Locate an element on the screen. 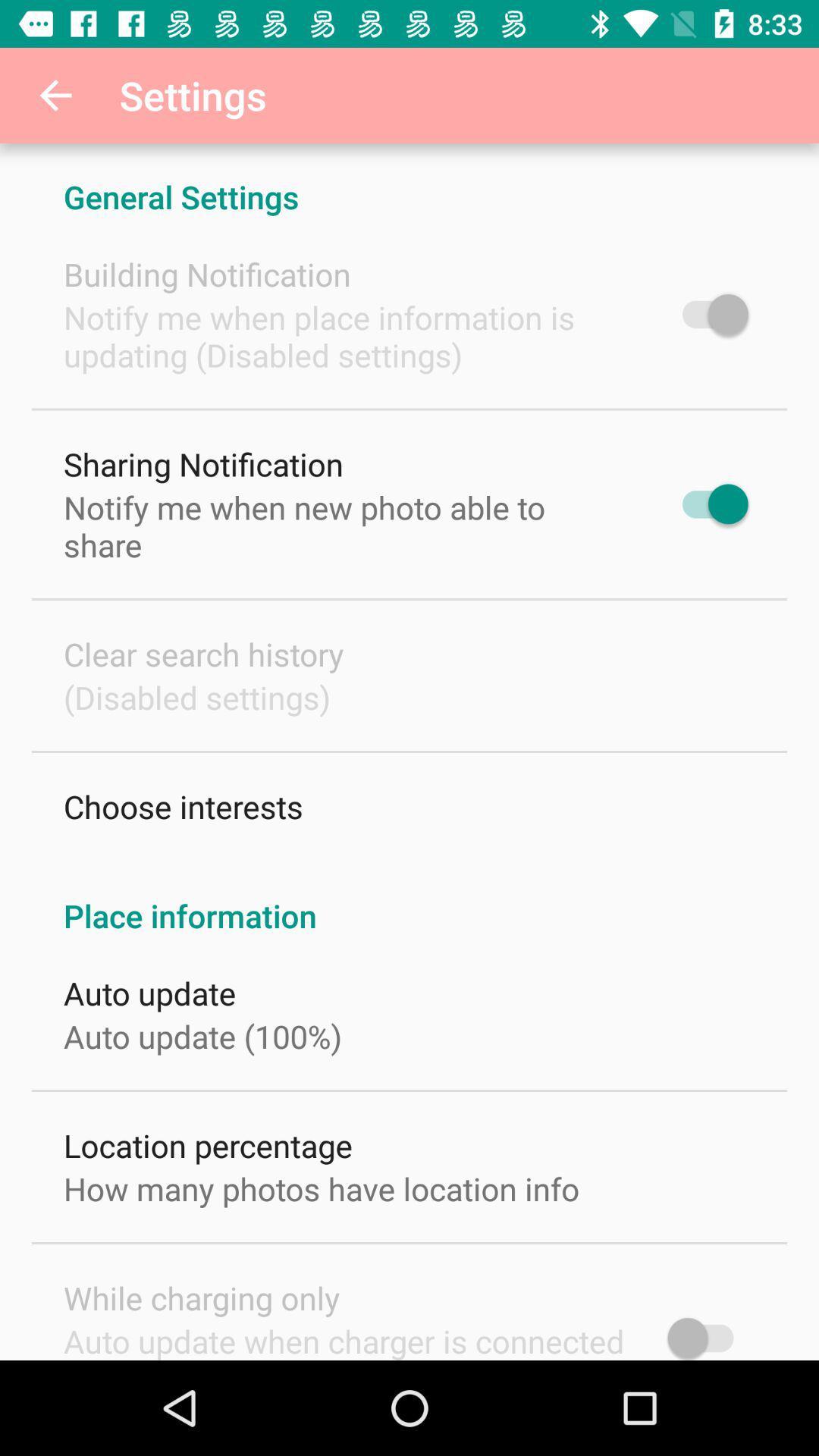 This screenshot has height=1456, width=819. the item below the (disabled settings) is located at coordinates (182, 805).